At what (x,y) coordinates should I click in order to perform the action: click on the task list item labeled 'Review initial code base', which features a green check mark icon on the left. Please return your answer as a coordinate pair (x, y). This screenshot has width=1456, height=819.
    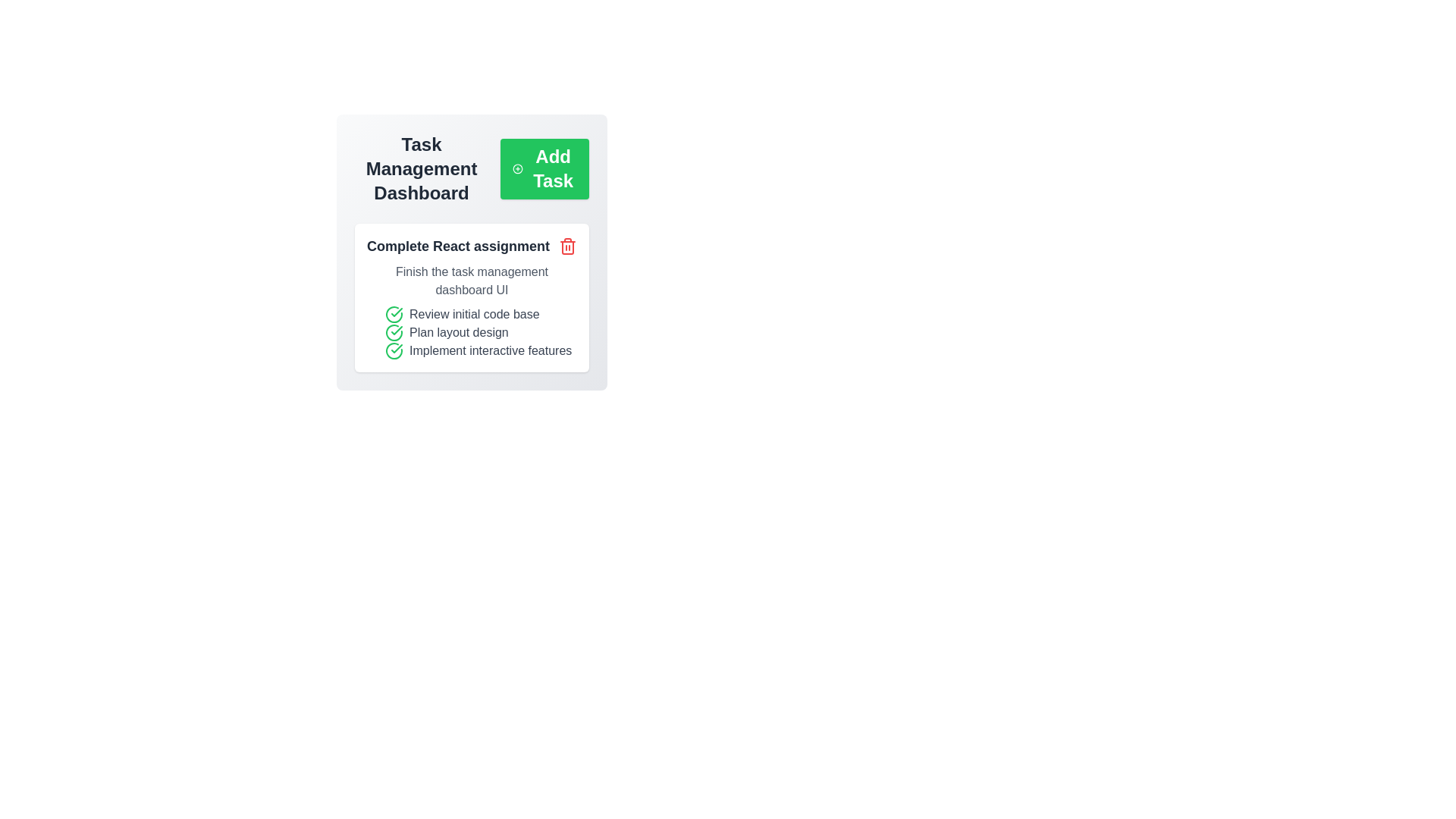
    Looking at the image, I should click on (480, 314).